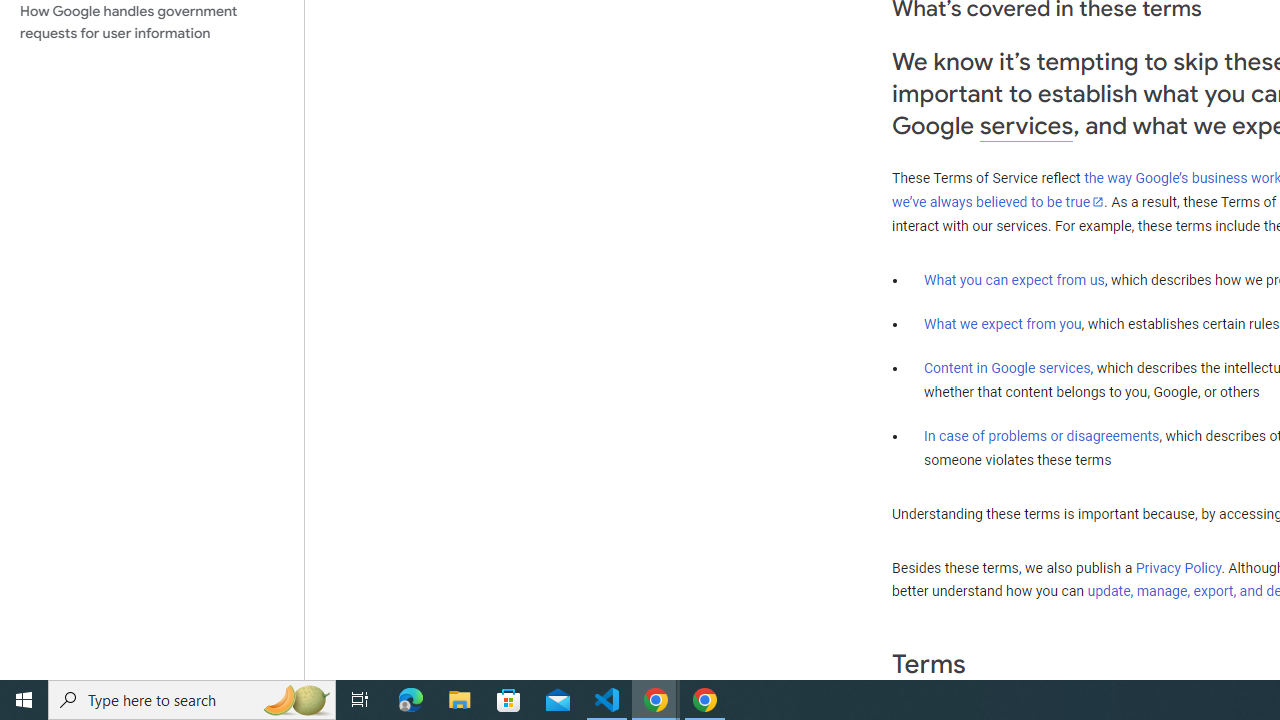  What do you see at coordinates (1178, 567) in the screenshot?
I see `'Privacy Policy'` at bounding box center [1178, 567].